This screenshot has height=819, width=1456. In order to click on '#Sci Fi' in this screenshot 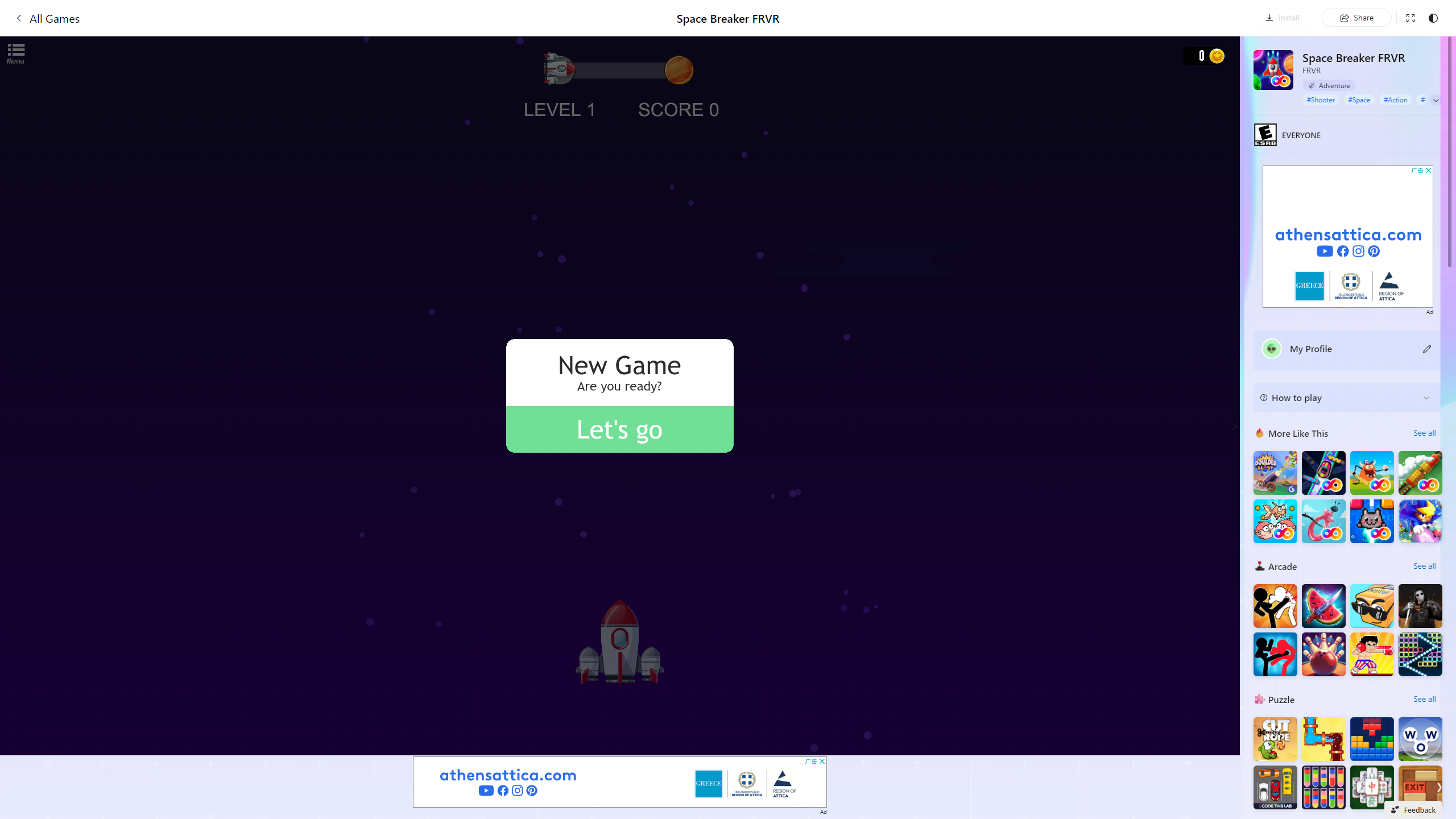, I will do `click(1430, 98)`.